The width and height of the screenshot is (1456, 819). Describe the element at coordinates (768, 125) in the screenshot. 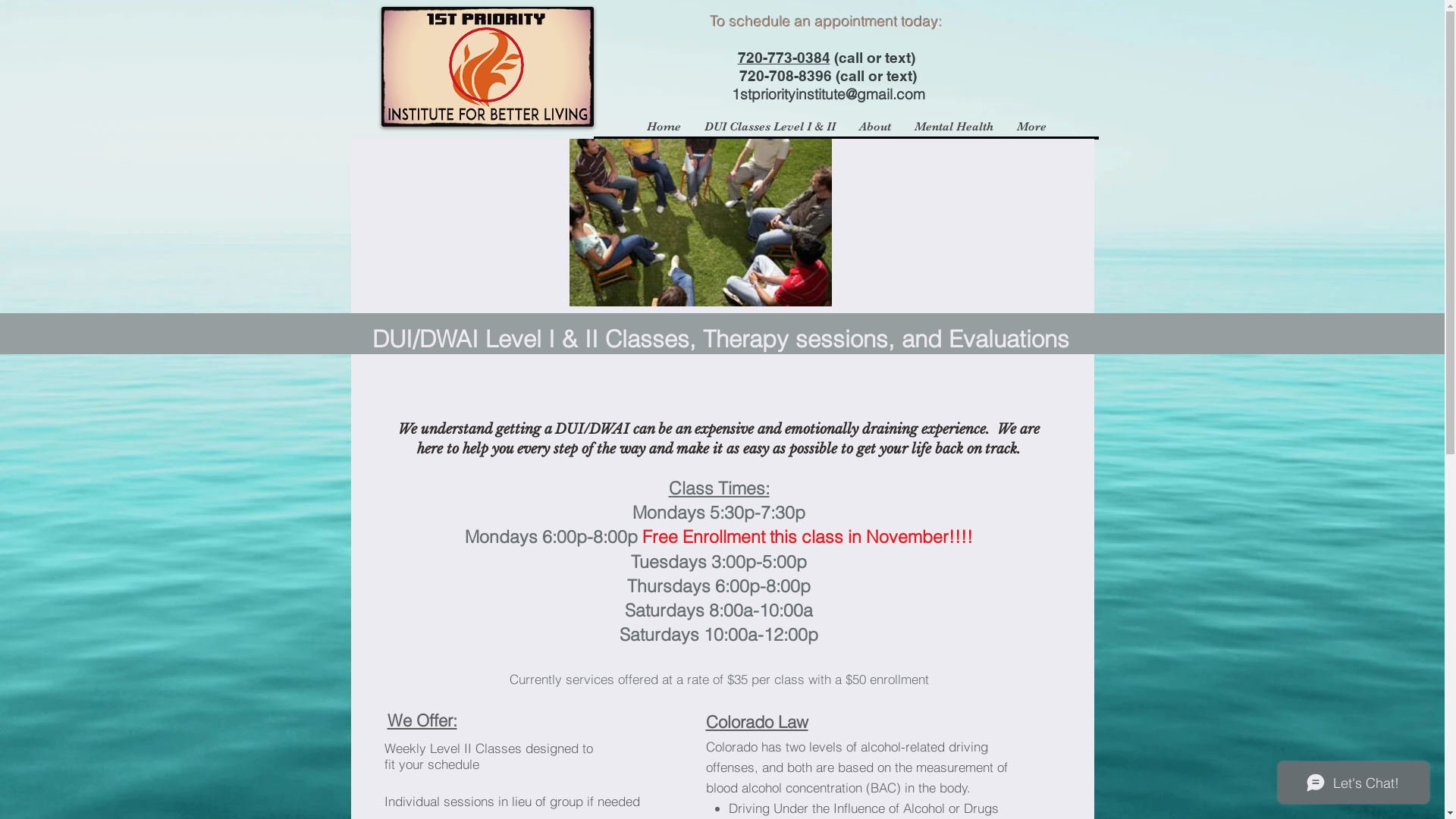

I see `'DUI Classes Level I & II'` at that location.